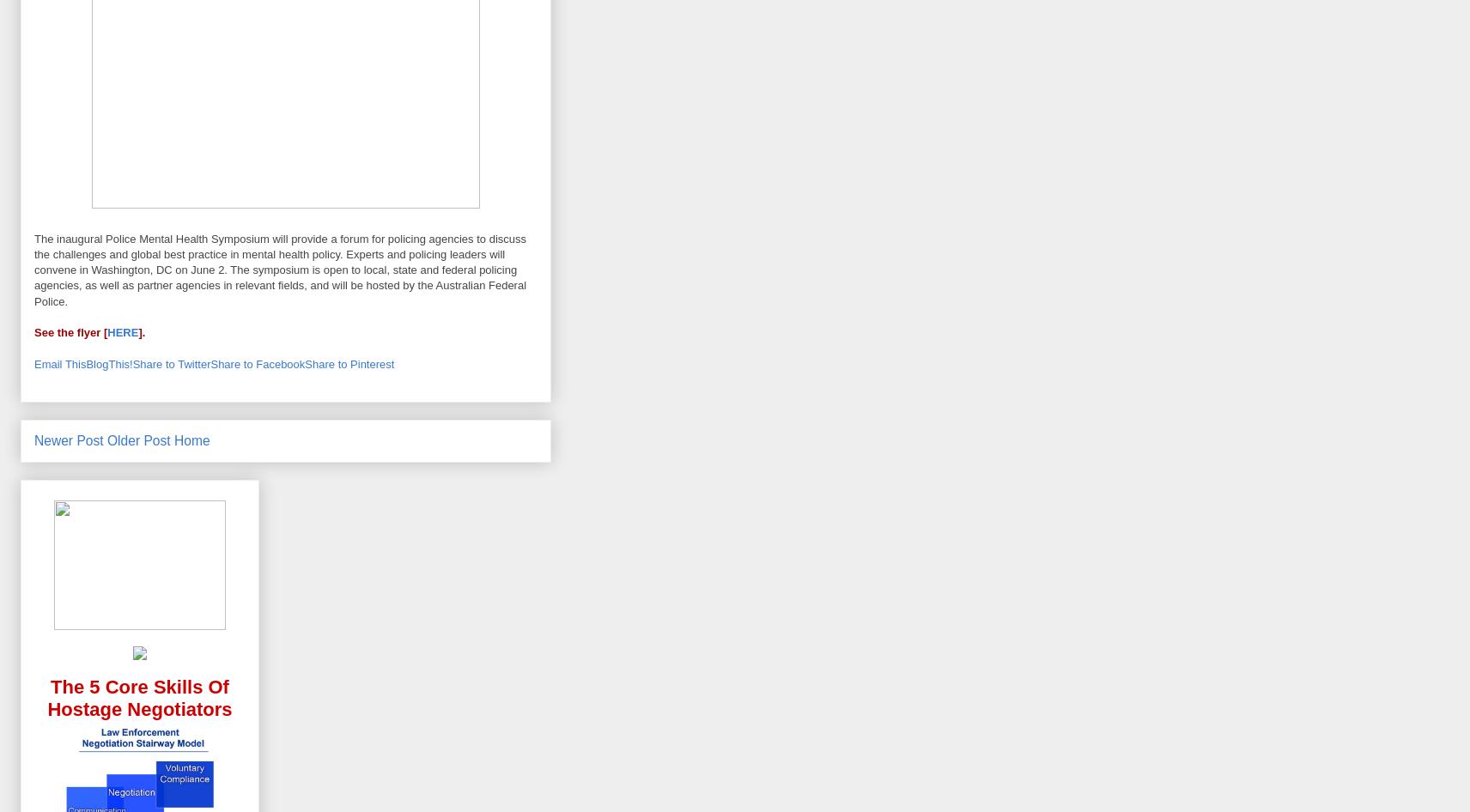 The height and width of the screenshot is (812, 1470). Describe the element at coordinates (121, 332) in the screenshot. I see `'HERE'` at that location.